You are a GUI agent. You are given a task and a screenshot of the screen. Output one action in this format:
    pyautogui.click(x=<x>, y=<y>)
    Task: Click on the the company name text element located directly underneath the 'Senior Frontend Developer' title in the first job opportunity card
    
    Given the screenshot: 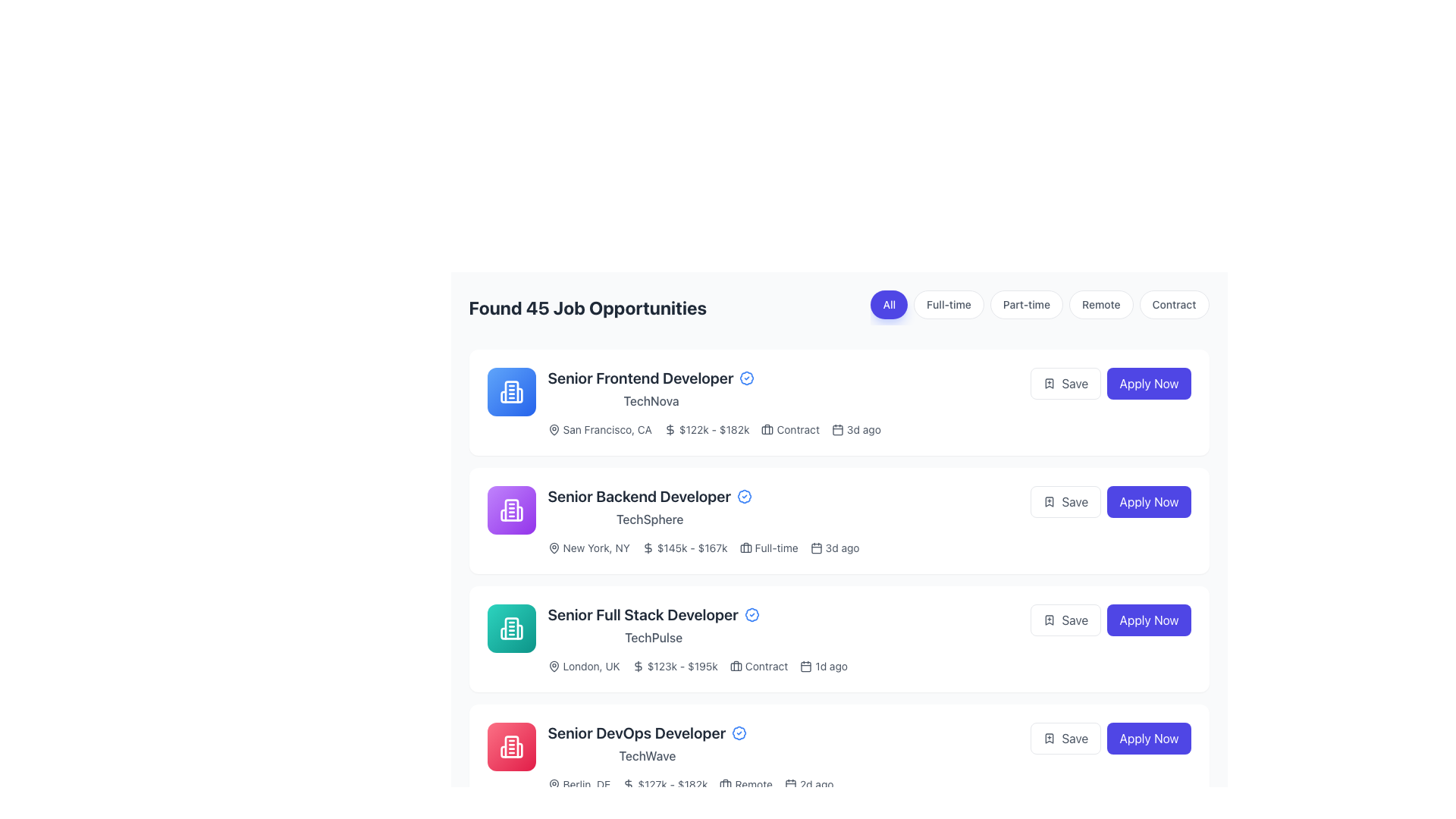 What is the action you would take?
    pyautogui.click(x=651, y=400)
    